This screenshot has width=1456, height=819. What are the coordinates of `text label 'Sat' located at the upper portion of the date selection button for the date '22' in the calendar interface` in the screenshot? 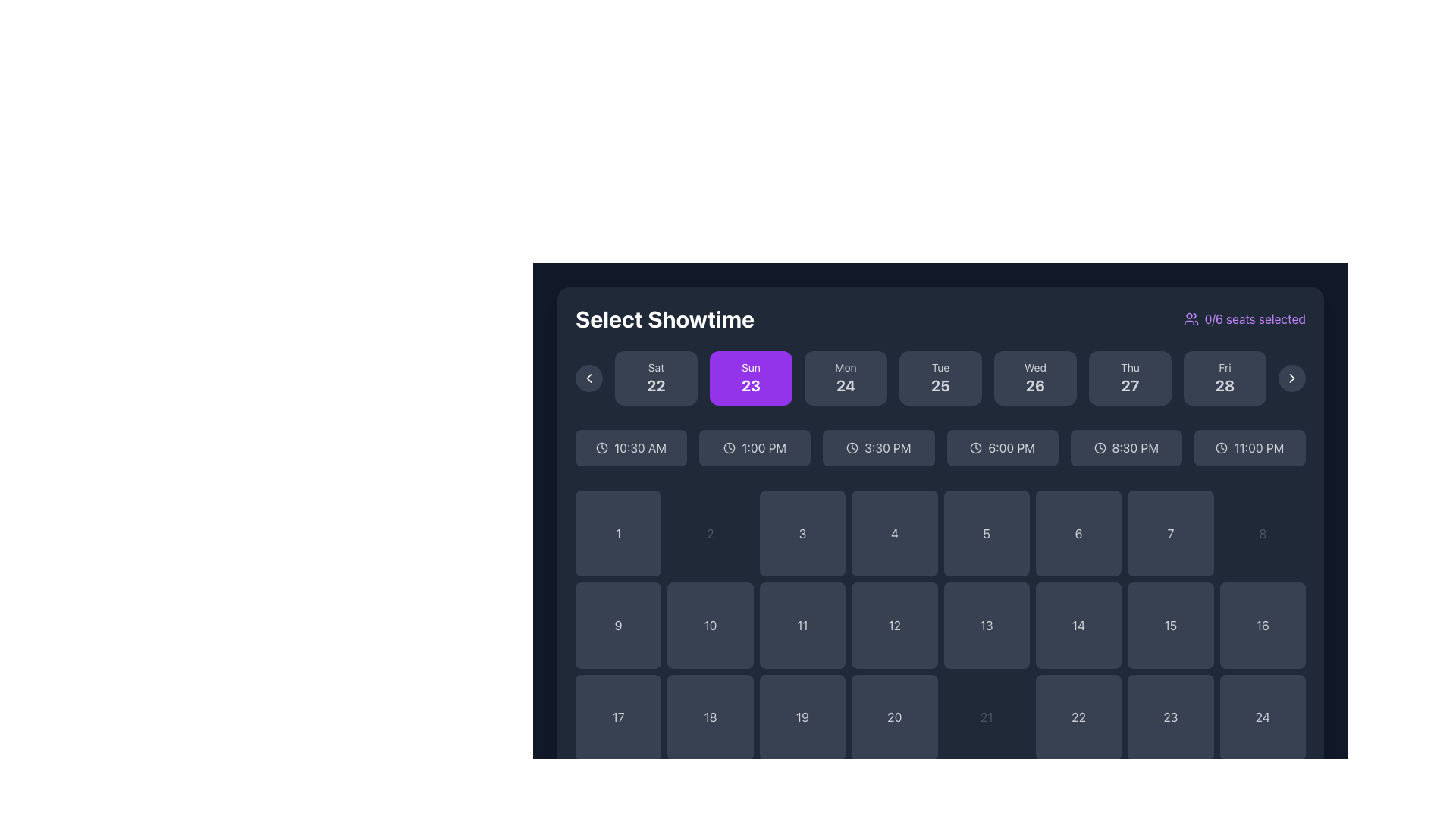 It's located at (656, 368).